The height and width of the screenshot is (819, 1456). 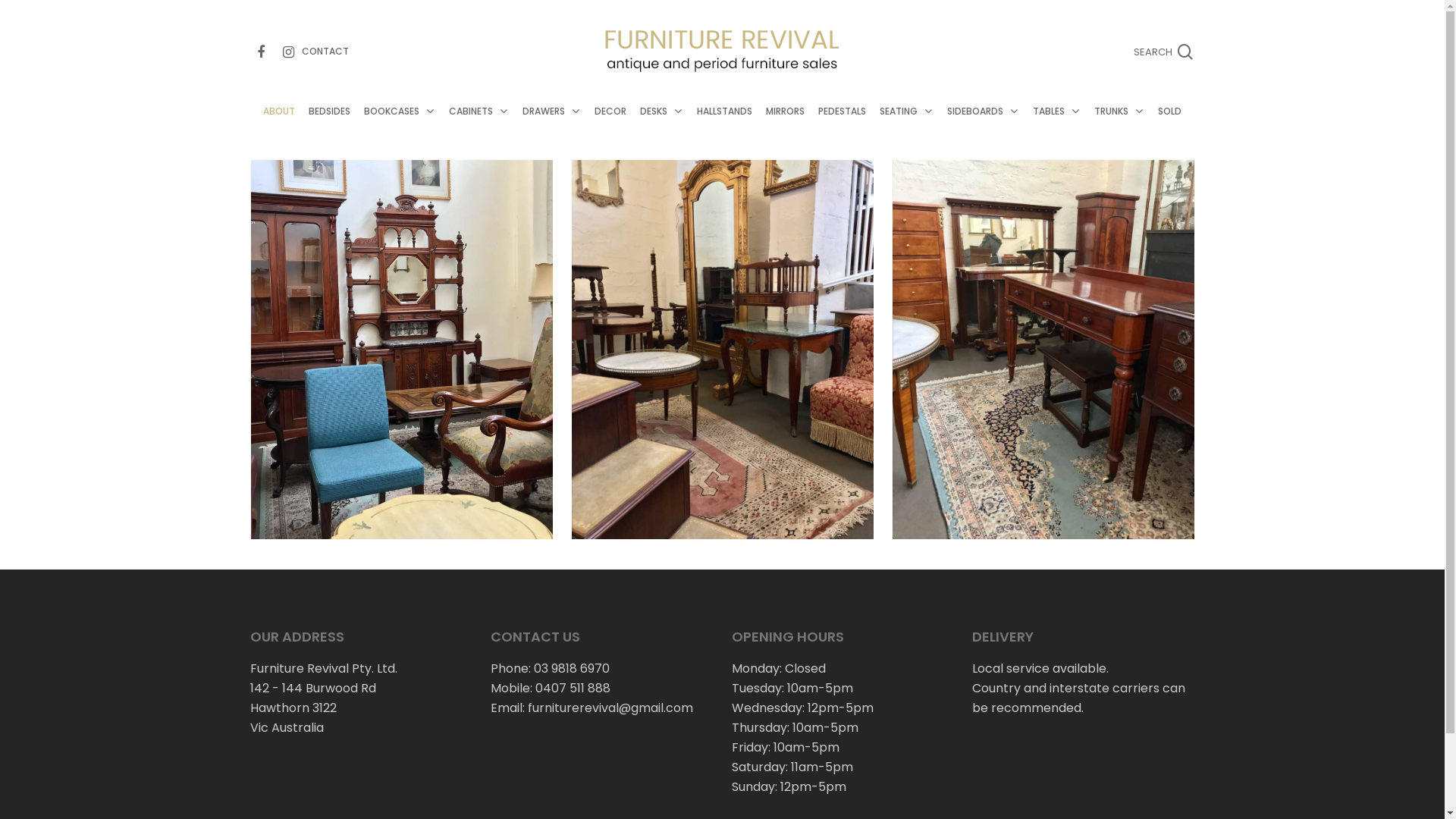 What do you see at coordinates (610, 708) in the screenshot?
I see `'furniturerevival@gmail.com'` at bounding box center [610, 708].